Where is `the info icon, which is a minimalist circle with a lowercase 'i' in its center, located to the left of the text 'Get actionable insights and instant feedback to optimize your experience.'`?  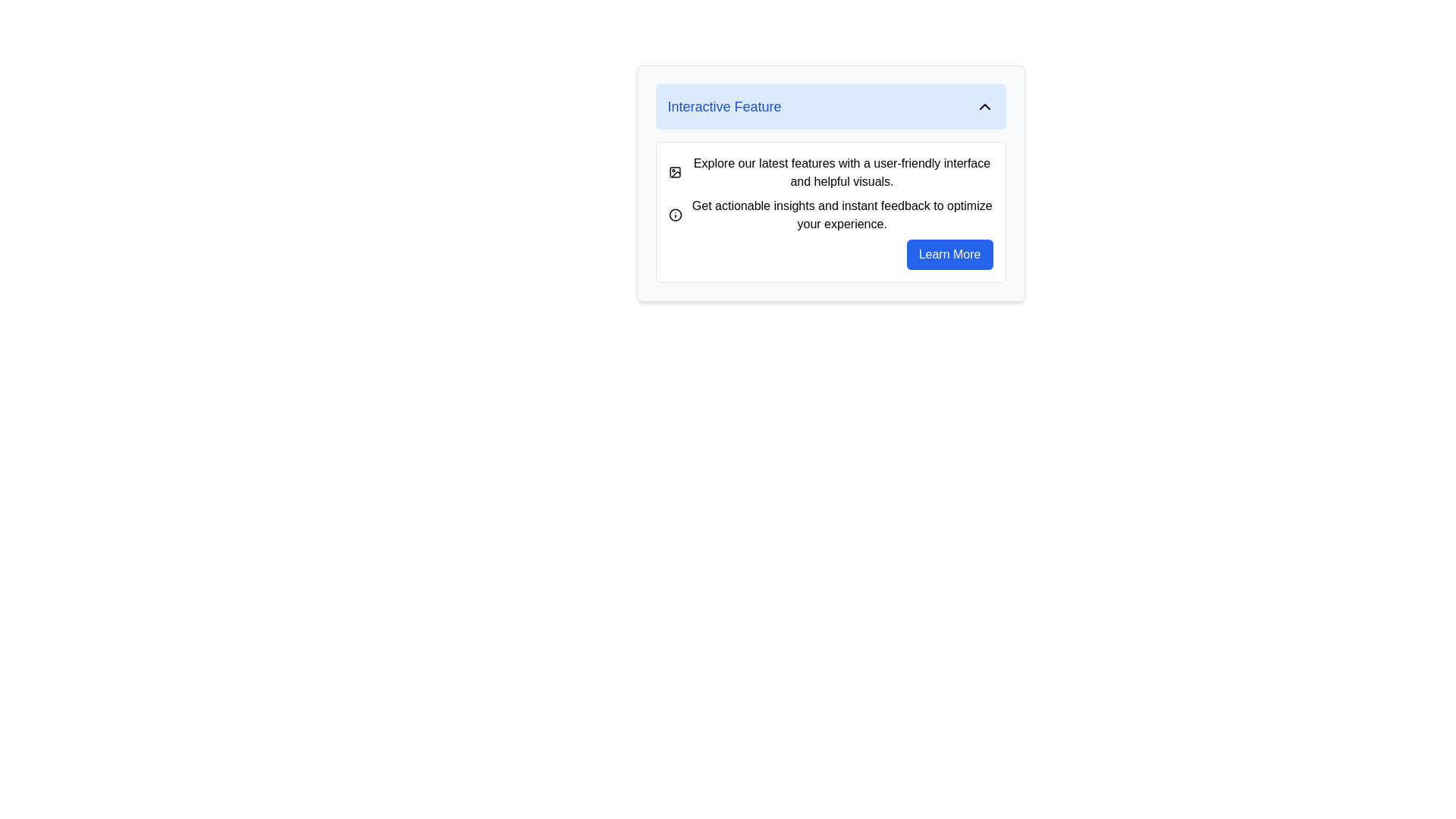
the info icon, which is a minimalist circle with a lowercase 'i' in its center, located to the left of the text 'Get actionable insights and instant feedback to optimize your experience.' is located at coordinates (674, 215).